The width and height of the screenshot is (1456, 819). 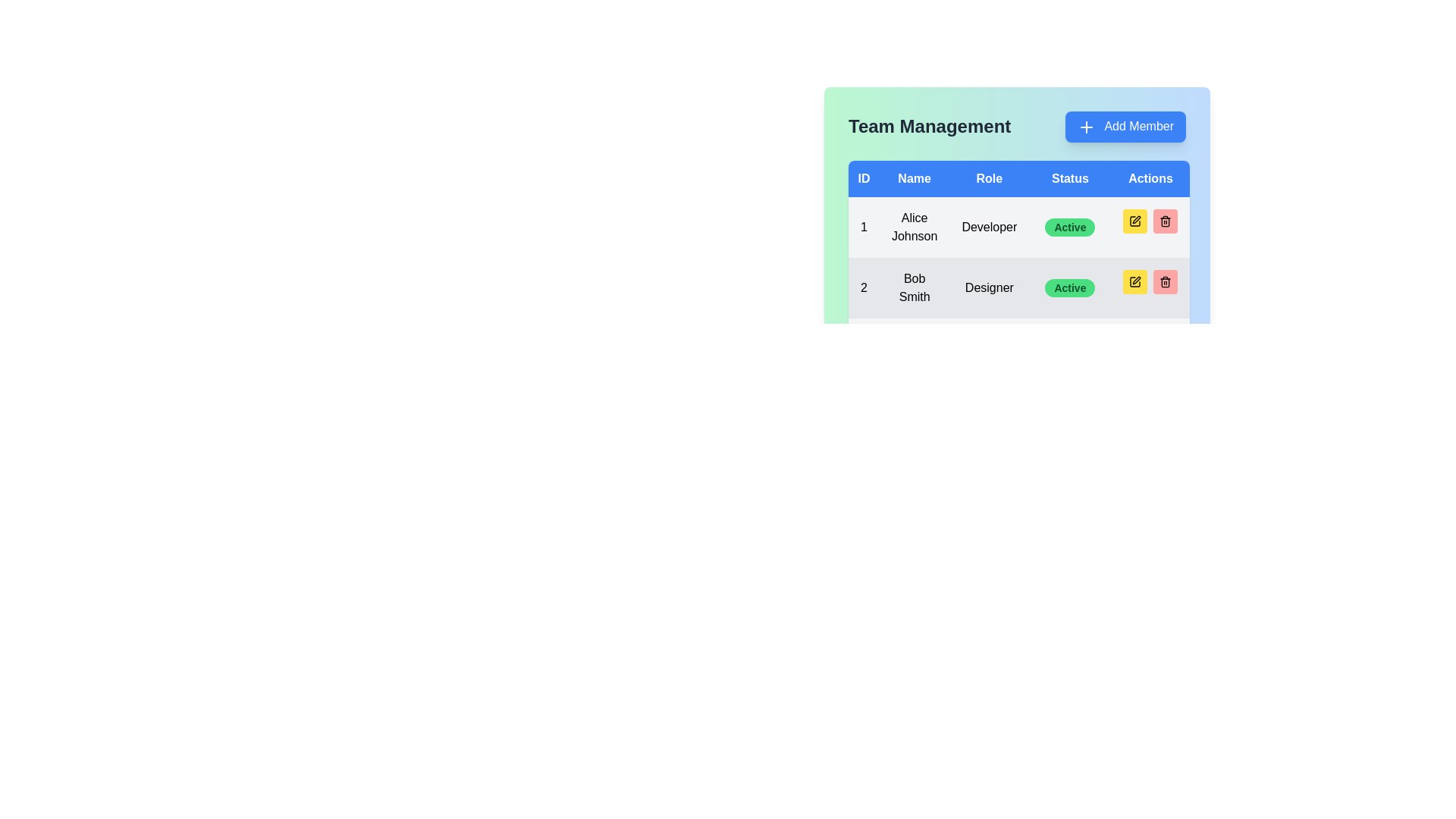 What do you see at coordinates (1136, 280) in the screenshot?
I see `the editing action icon located in the 'Actions' column of the second row of the 'Team Management' table, which is to the right of the 'Status' column and under a yellow background button` at bounding box center [1136, 280].